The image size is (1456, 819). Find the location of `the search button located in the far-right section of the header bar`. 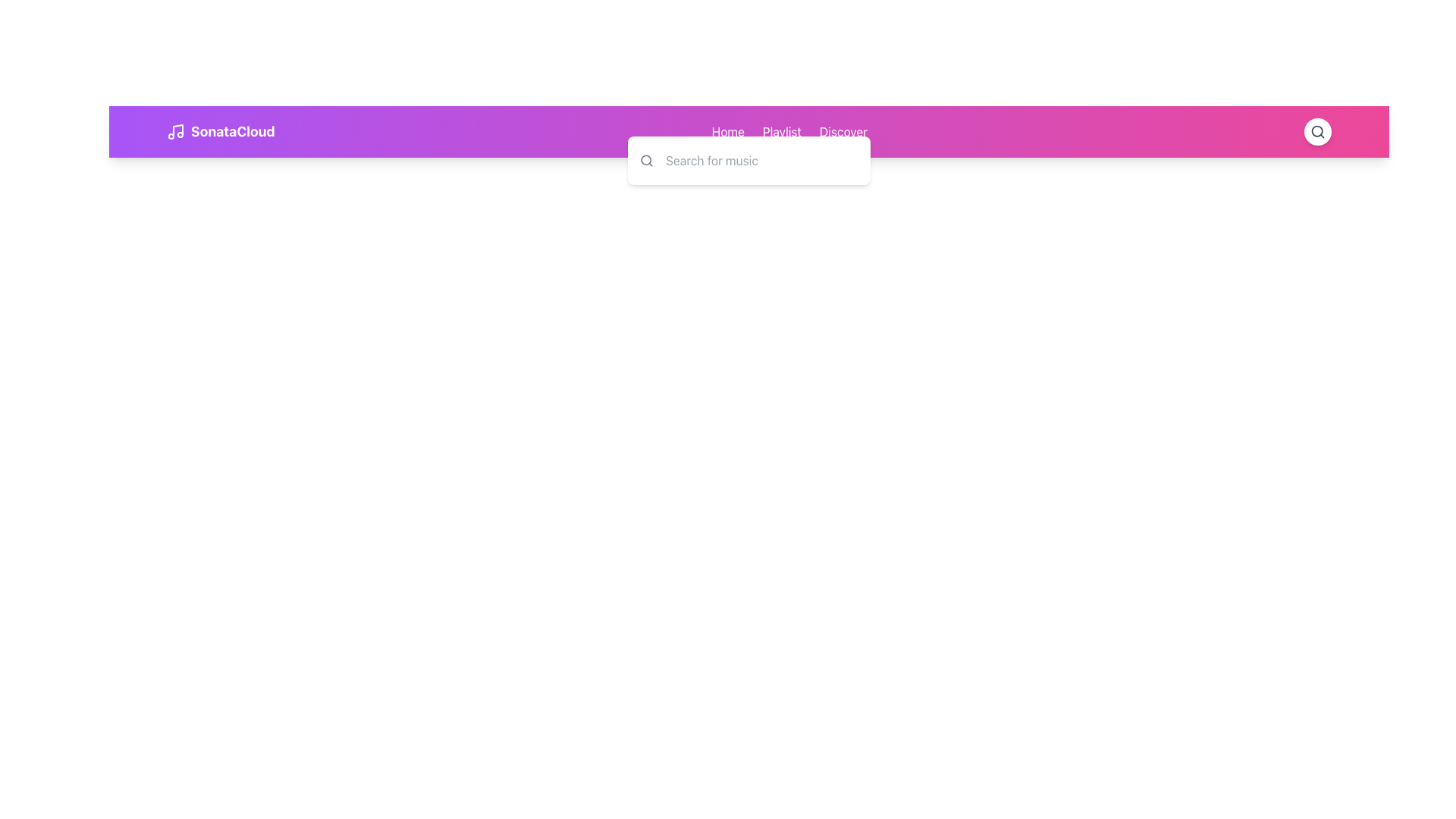

the search button located in the far-right section of the header bar is located at coordinates (1316, 130).